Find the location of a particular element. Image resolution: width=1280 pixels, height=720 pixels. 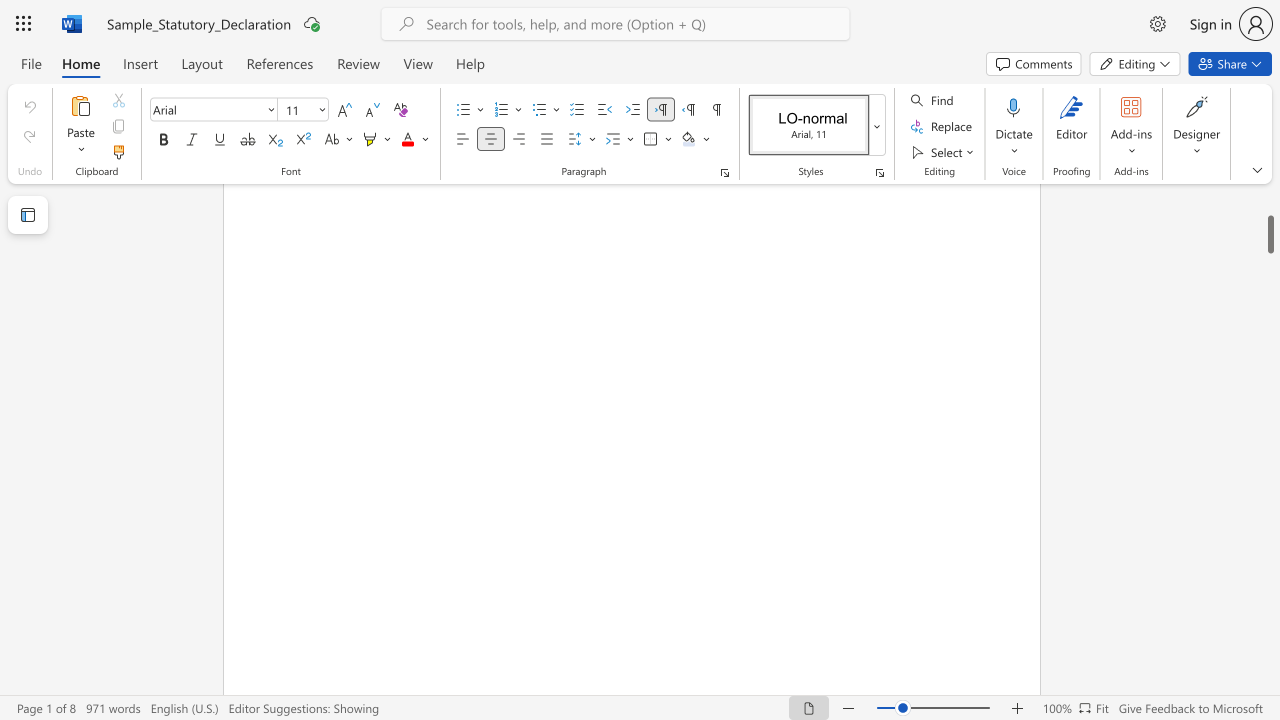

the scrollbar and move down 410 pixels is located at coordinates (1269, 225).